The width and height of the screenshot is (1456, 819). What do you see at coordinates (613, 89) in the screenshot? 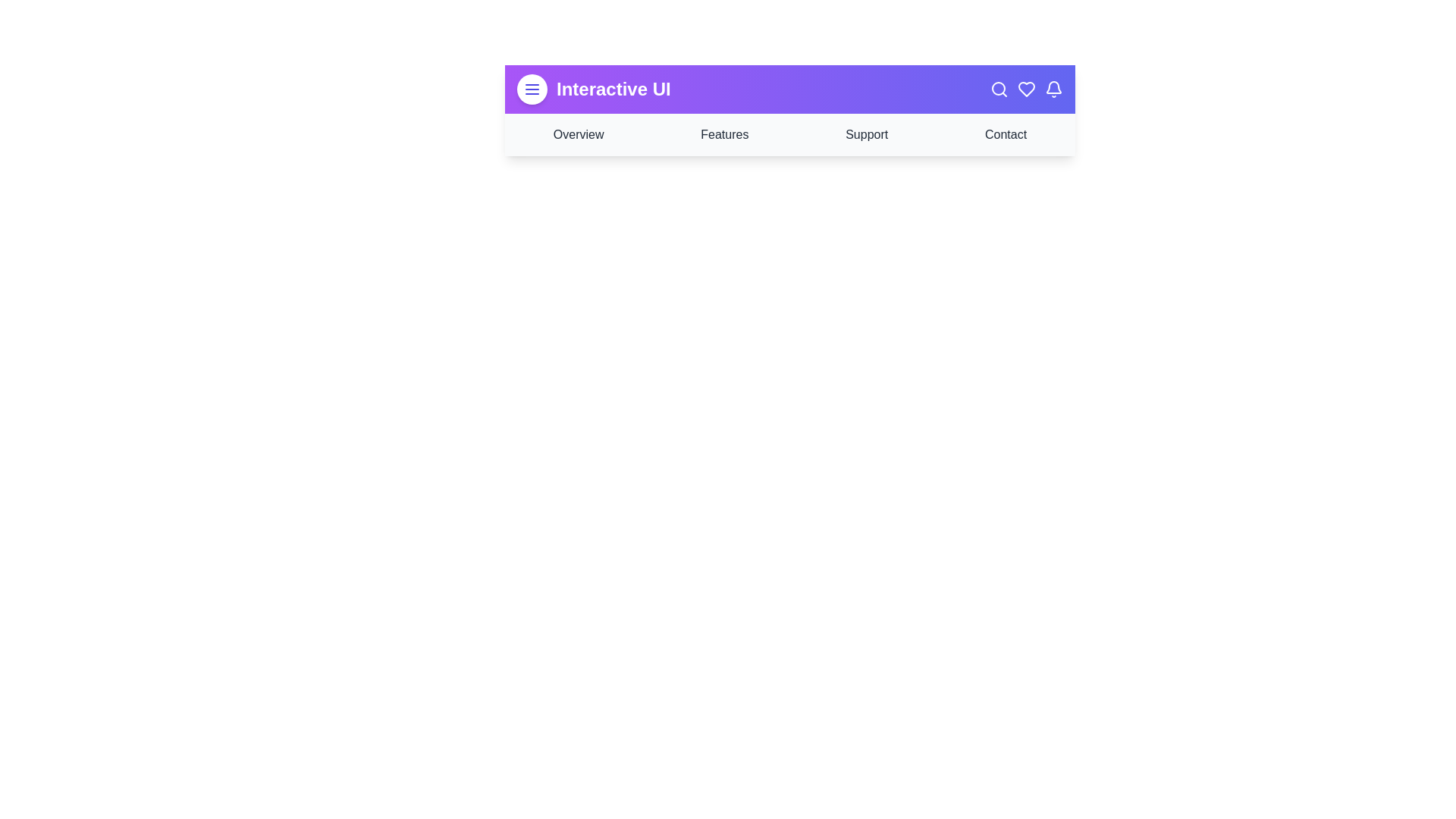
I see `the title 'Interactive UI' located in the center of the app bar` at bounding box center [613, 89].